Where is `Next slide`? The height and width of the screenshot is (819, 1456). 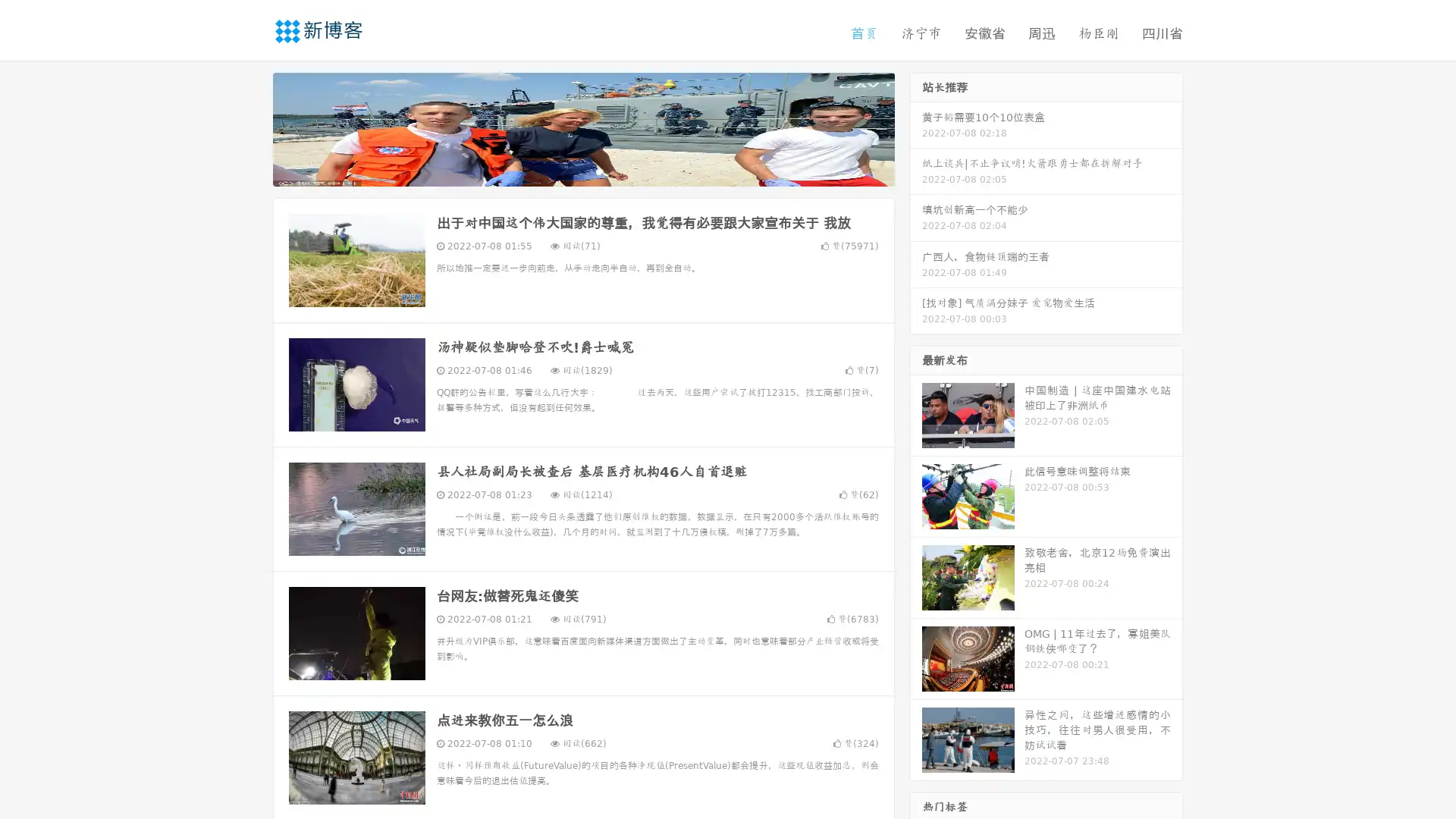
Next slide is located at coordinates (916, 127).